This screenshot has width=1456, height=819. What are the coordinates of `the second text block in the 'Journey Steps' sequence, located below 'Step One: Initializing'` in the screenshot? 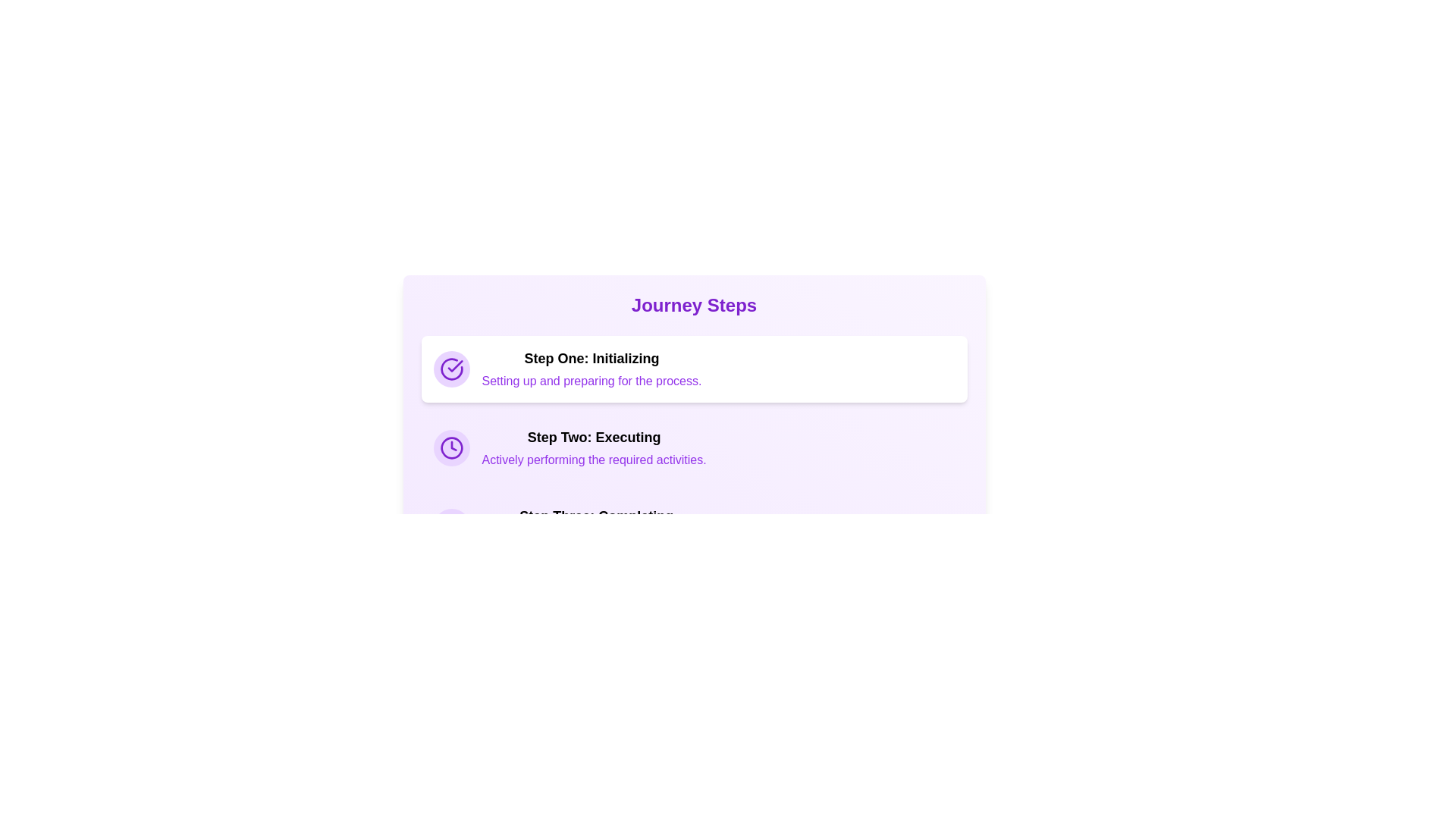 It's located at (593, 447).